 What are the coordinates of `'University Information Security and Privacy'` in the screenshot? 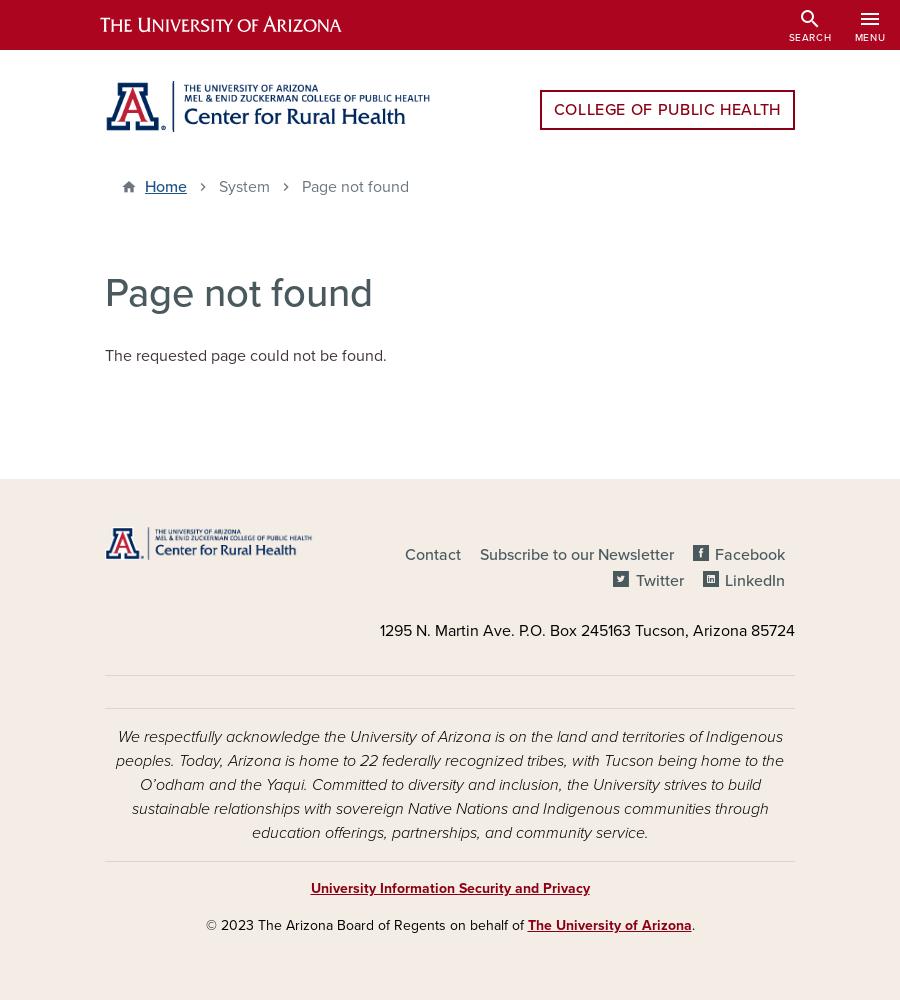 It's located at (449, 888).